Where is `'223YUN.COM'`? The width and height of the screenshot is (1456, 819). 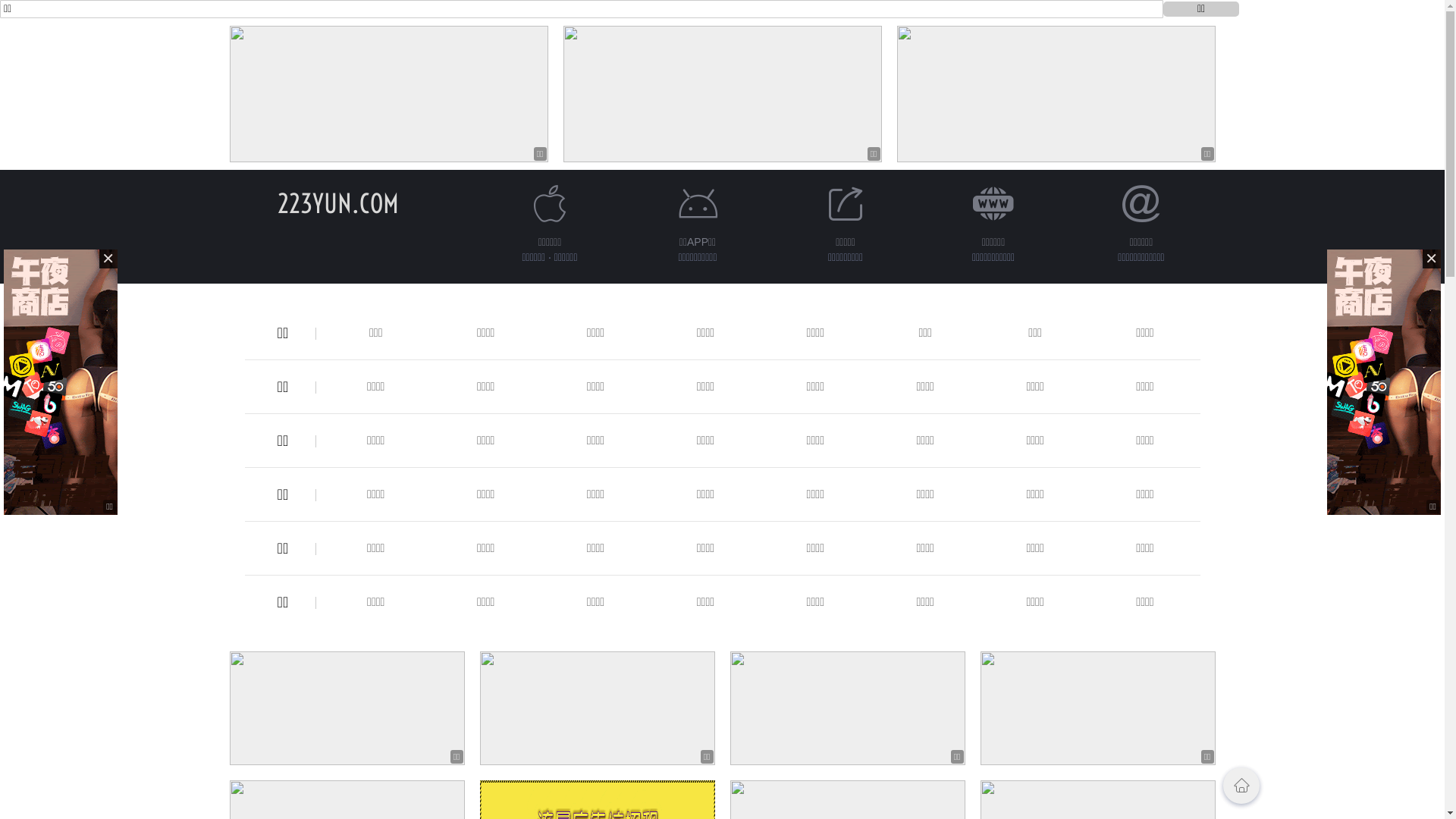
'223YUN.COM' is located at coordinates (277, 202).